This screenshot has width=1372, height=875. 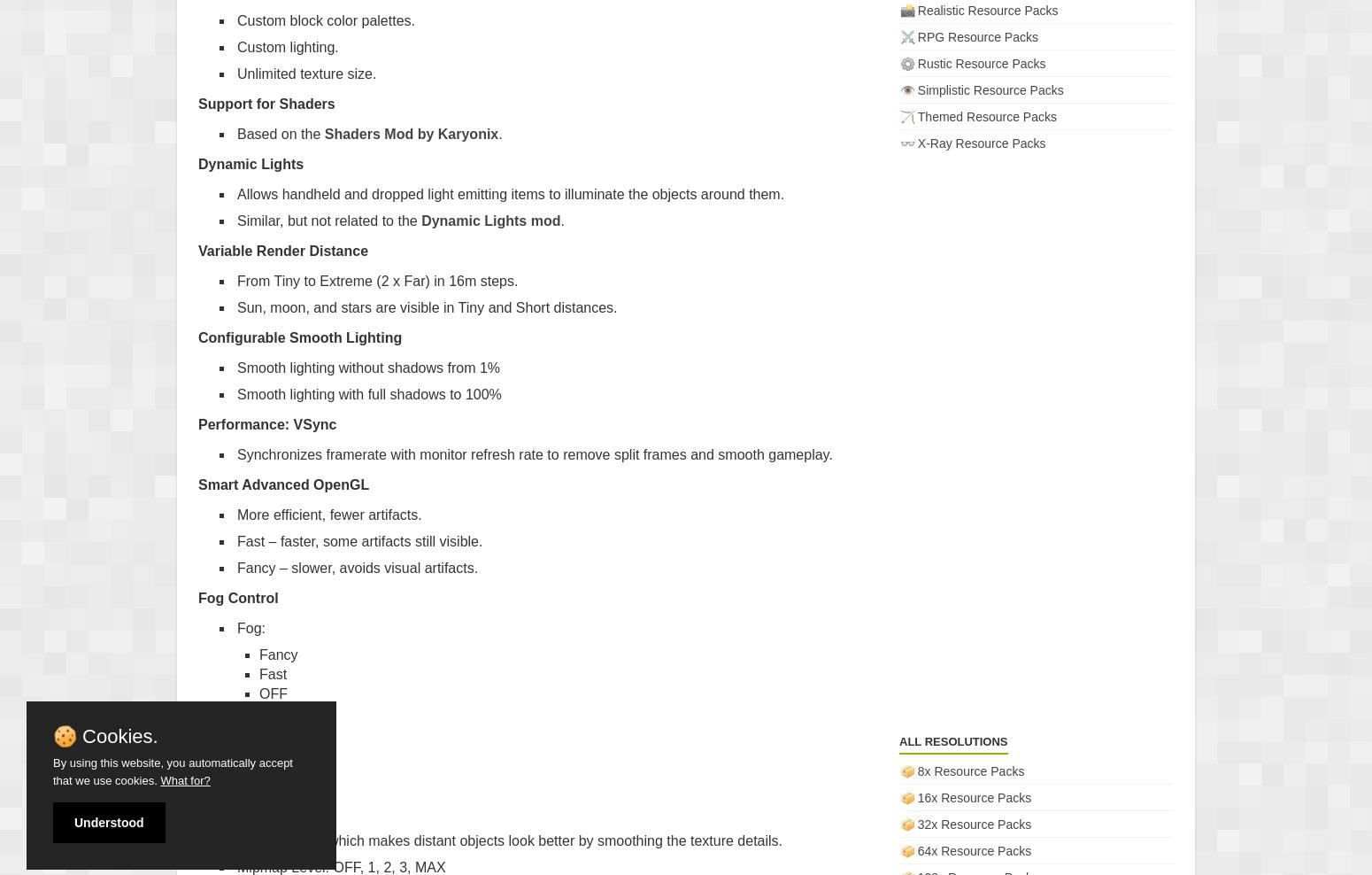 I want to click on 'Mipmap Level: OFF, 1, 2, 3, MAX', so click(x=340, y=866).